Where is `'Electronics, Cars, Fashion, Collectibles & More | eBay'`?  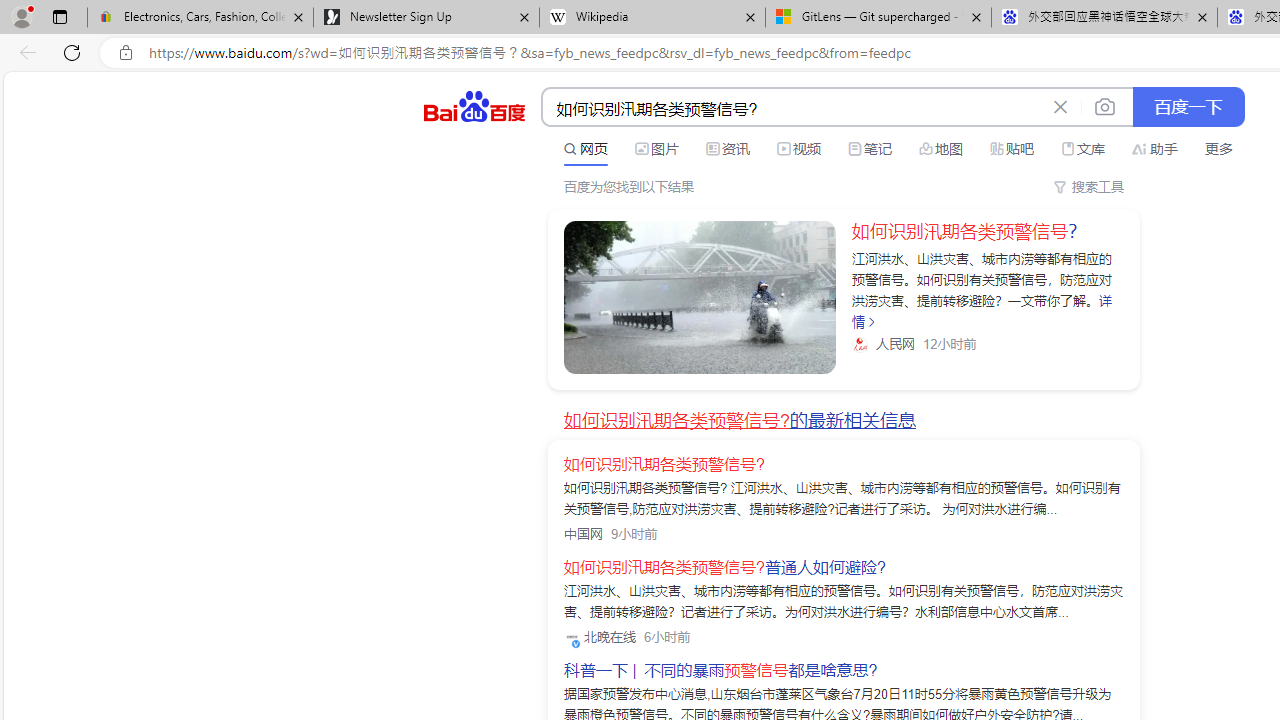 'Electronics, Cars, Fashion, Collectibles & More | eBay' is located at coordinates (200, 17).